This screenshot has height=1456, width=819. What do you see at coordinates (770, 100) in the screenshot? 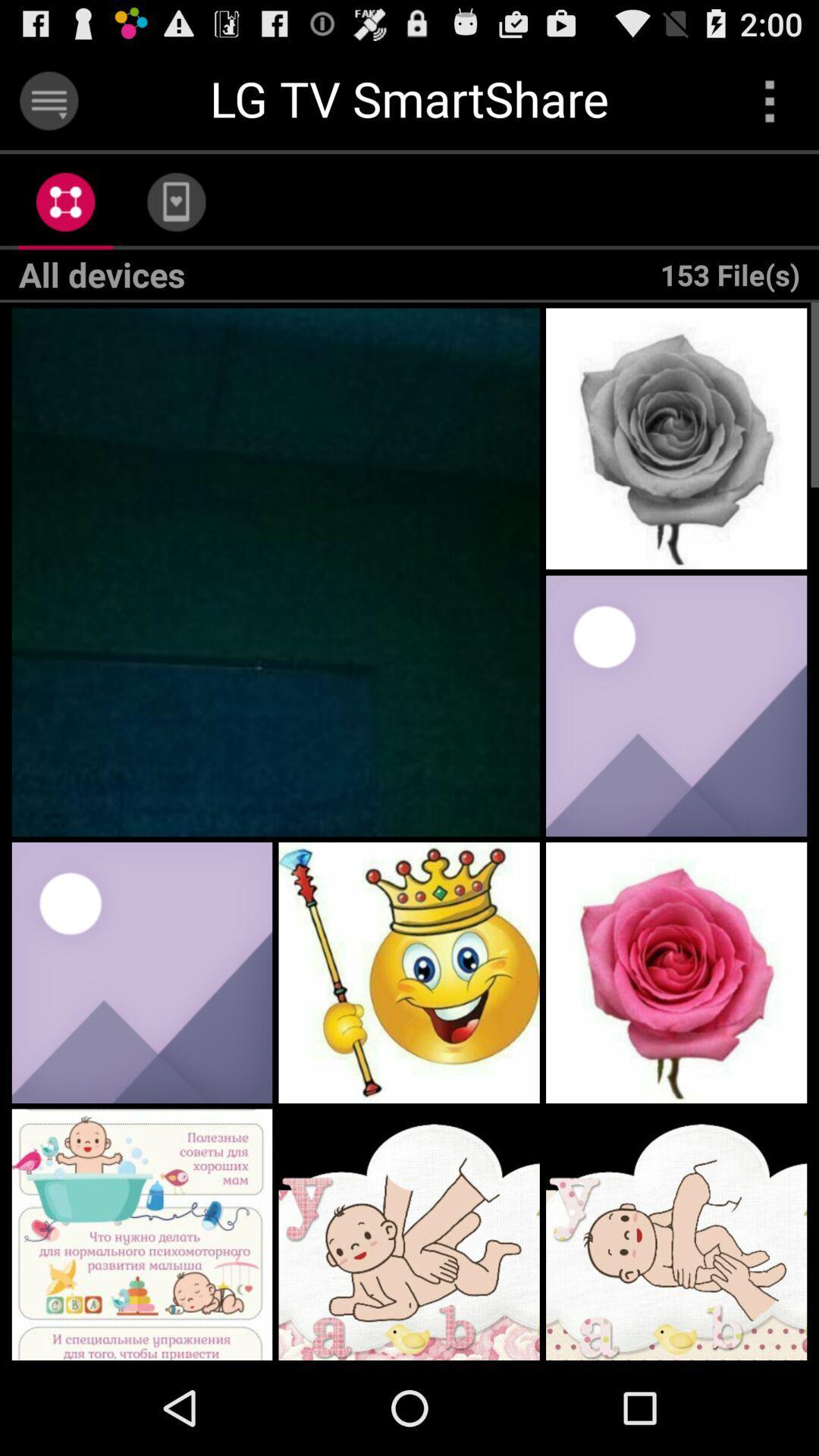
I see `more options` at bounding box center [770, 100].